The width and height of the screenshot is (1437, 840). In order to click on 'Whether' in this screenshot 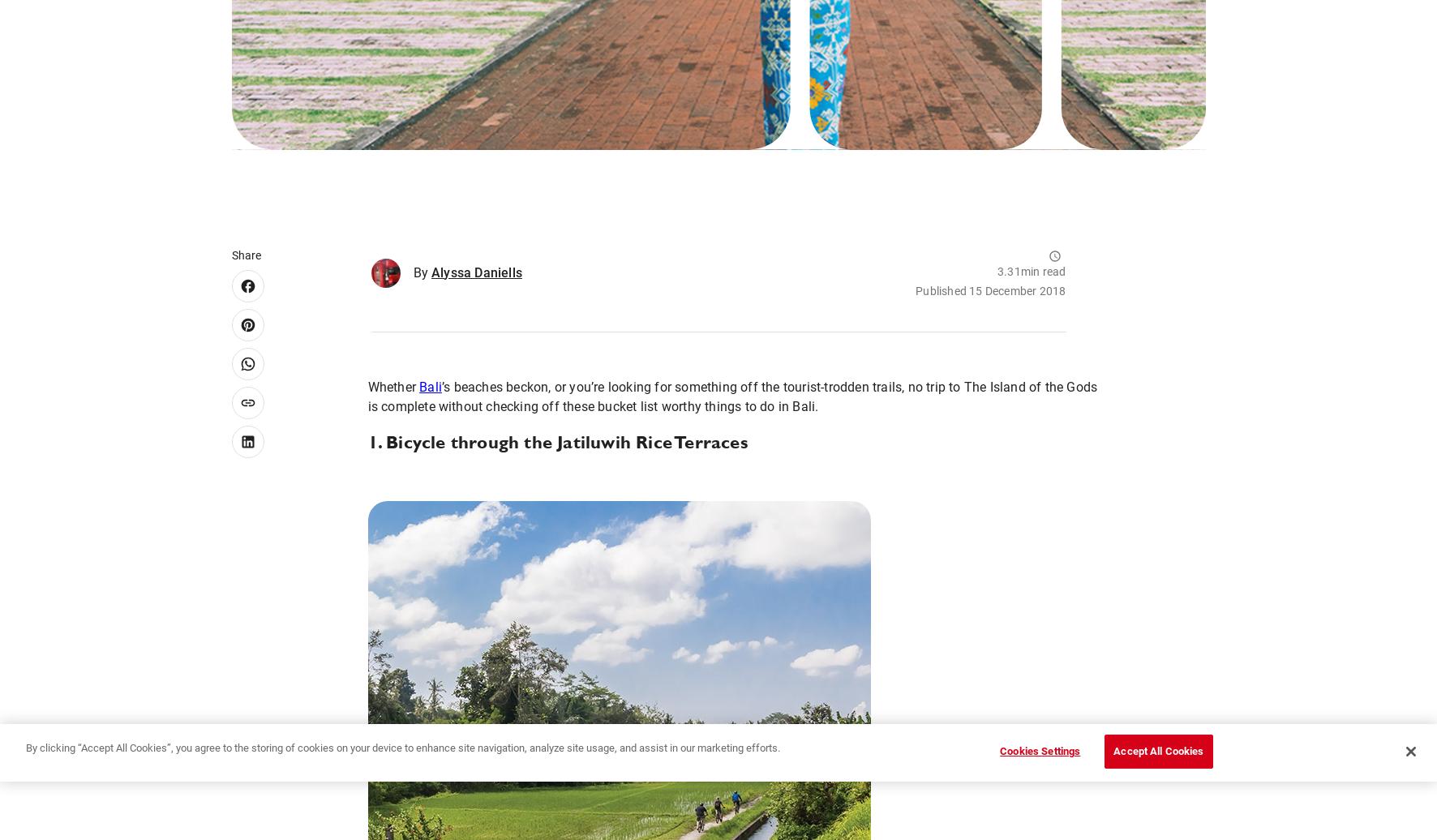, I will do `click(366, 386)`.